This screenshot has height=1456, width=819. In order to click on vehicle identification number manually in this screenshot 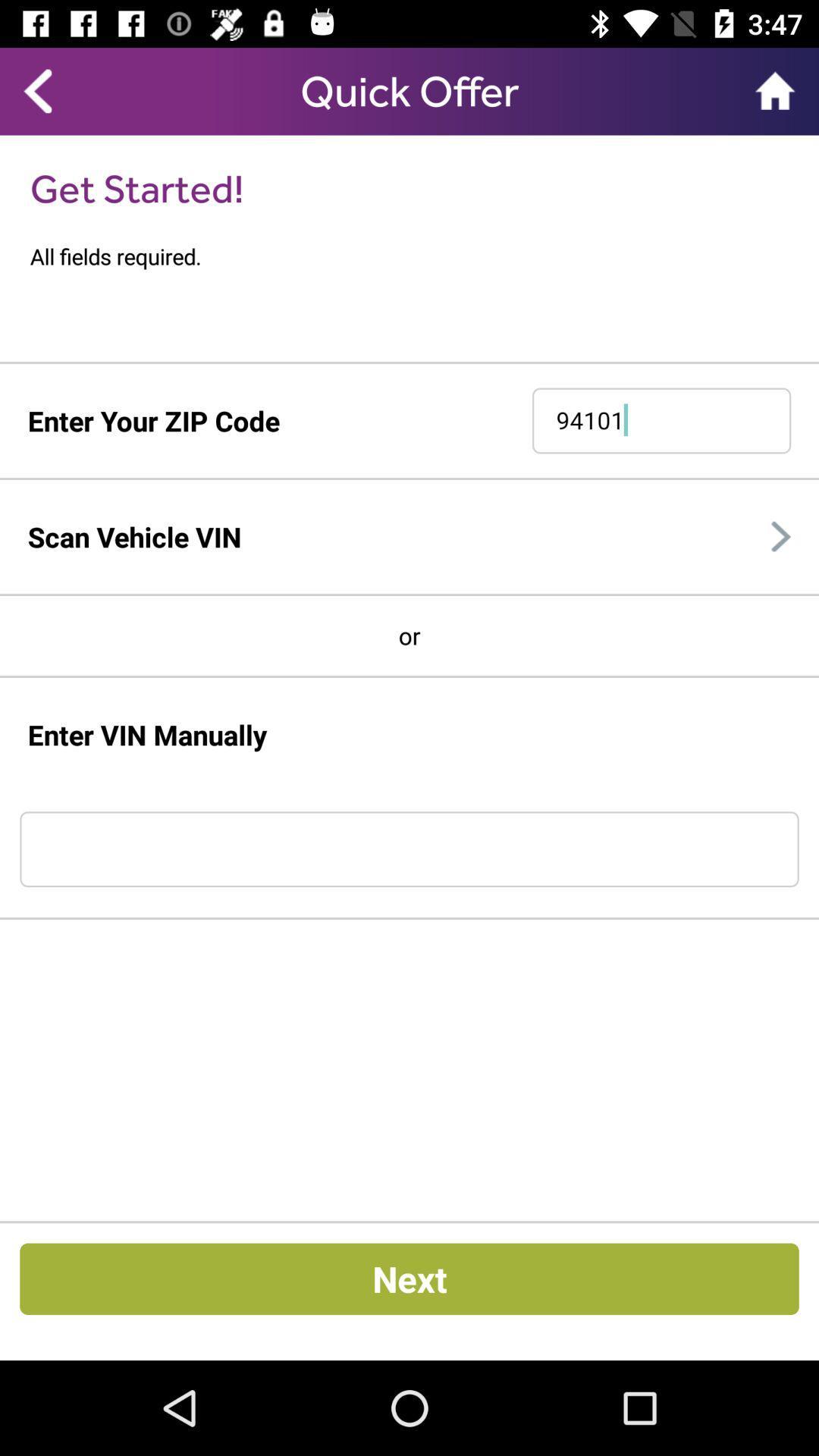, I will do `click(409, 849)`.